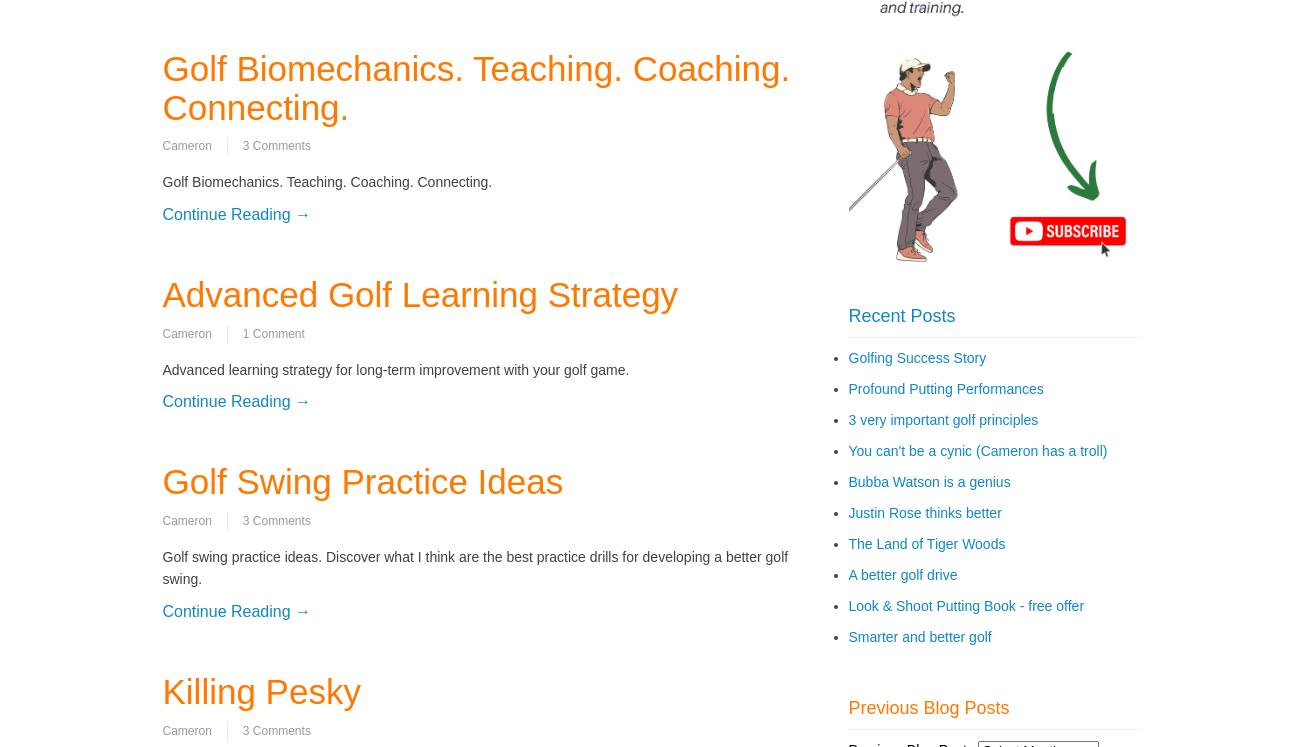 The image size is (1300, 747). Describe the element at coordinates (260, 691) in the screenshot. I see `'Killing Pesky'` at that location.